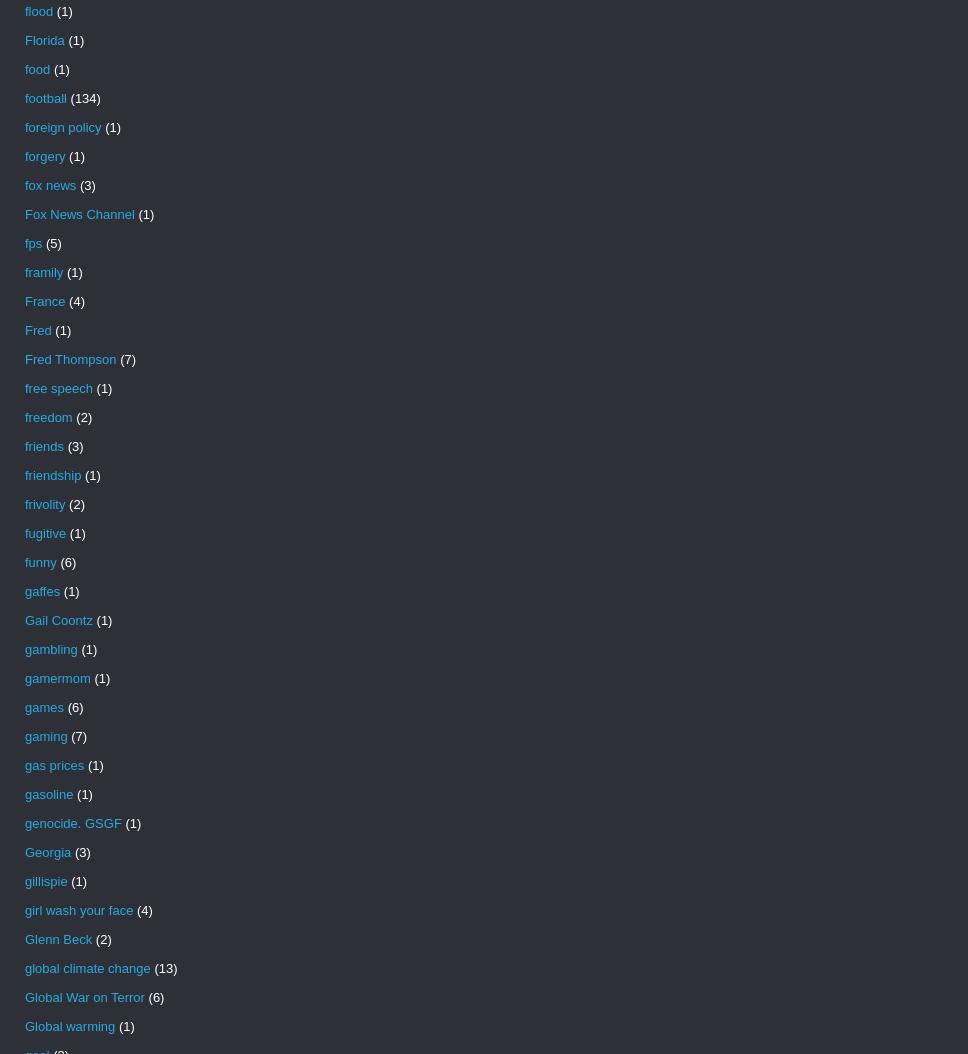  What do you see at coordinates (47, 416) in the screenshot?
I see `'freedom'` at bounding box center [47, 416].